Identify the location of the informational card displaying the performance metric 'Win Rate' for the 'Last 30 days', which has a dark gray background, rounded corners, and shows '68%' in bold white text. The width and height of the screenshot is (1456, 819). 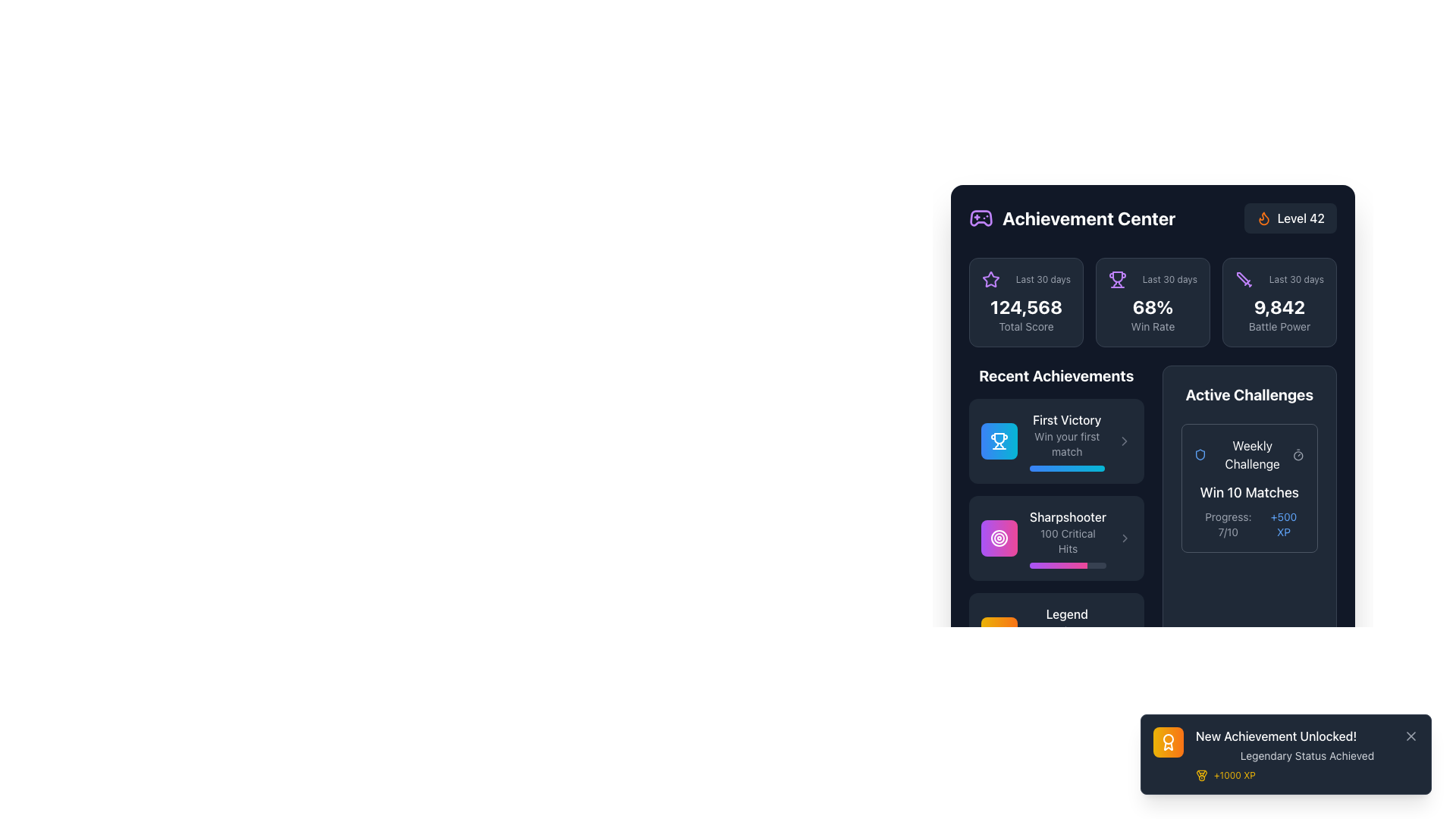
(1153, 302).